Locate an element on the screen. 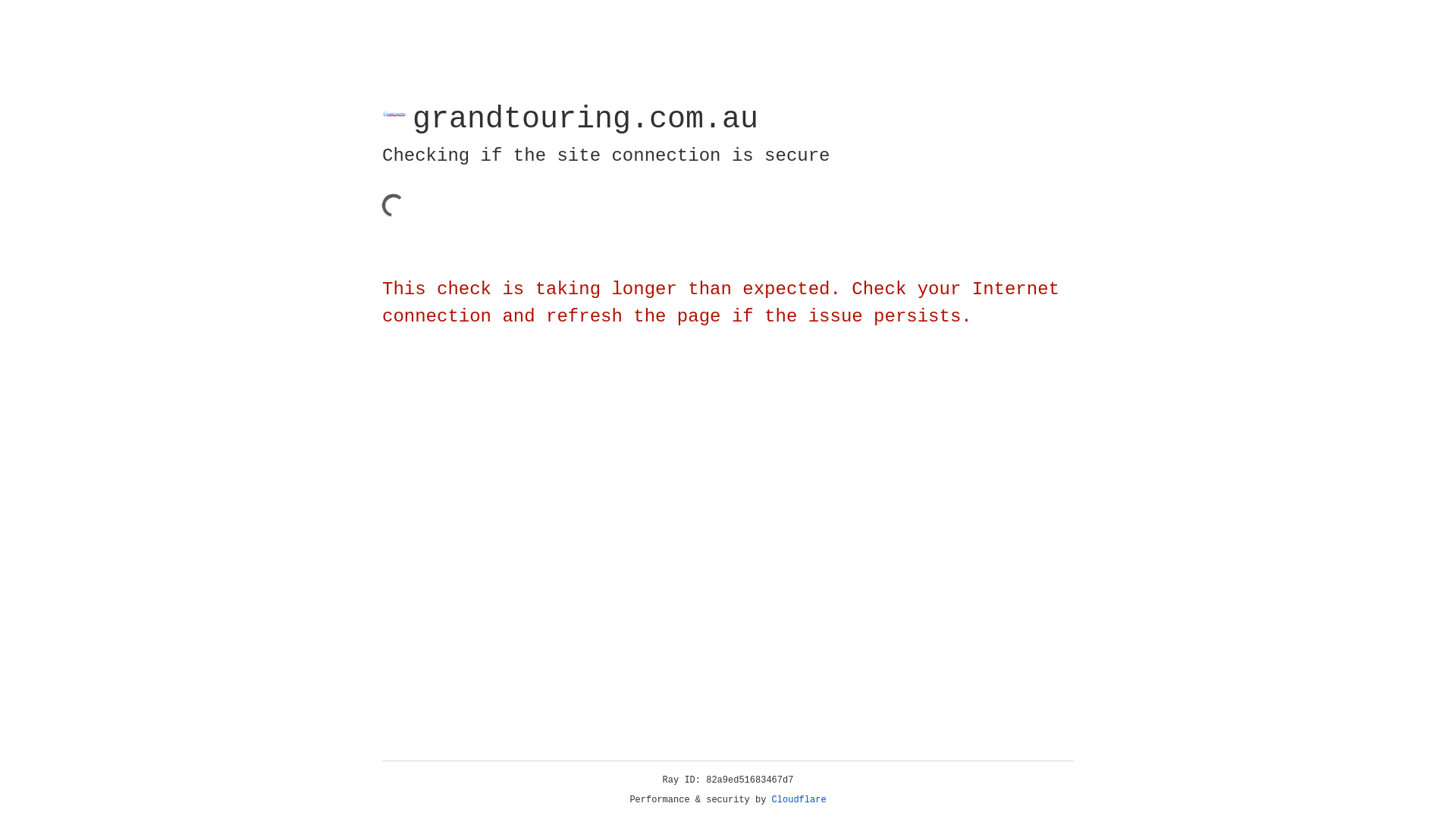 This screenshot has width=1456, height=819. 'Cloudflare' is located at coordinates (771, 799).